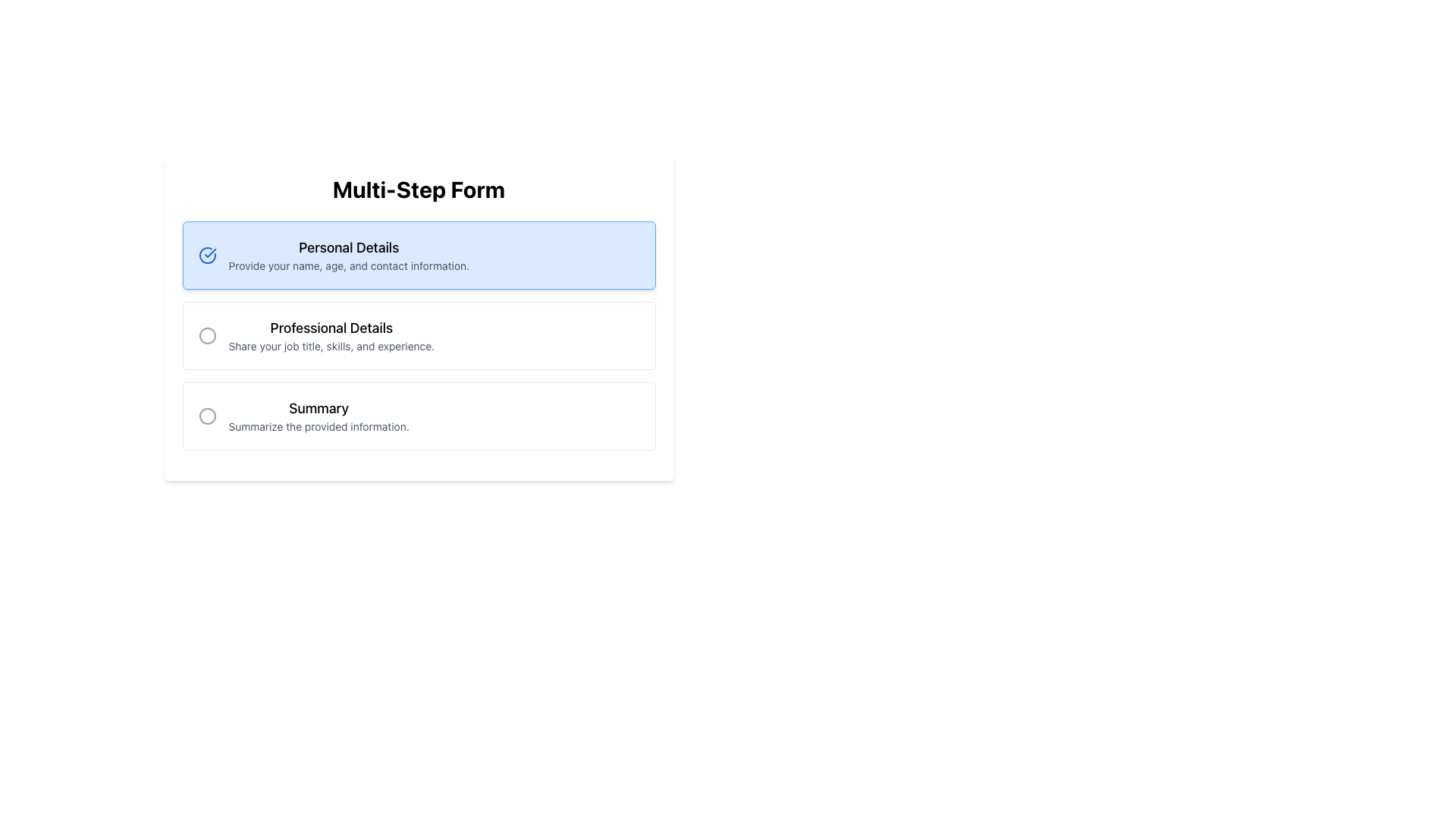 This screenshot has width=1456, height=819. What do you see at coordinates (206, 254) in the screenshot?
I see `the blue circular checkmark icon located to the left of the 'Personal Details' section` at bounding box center [206, 254].